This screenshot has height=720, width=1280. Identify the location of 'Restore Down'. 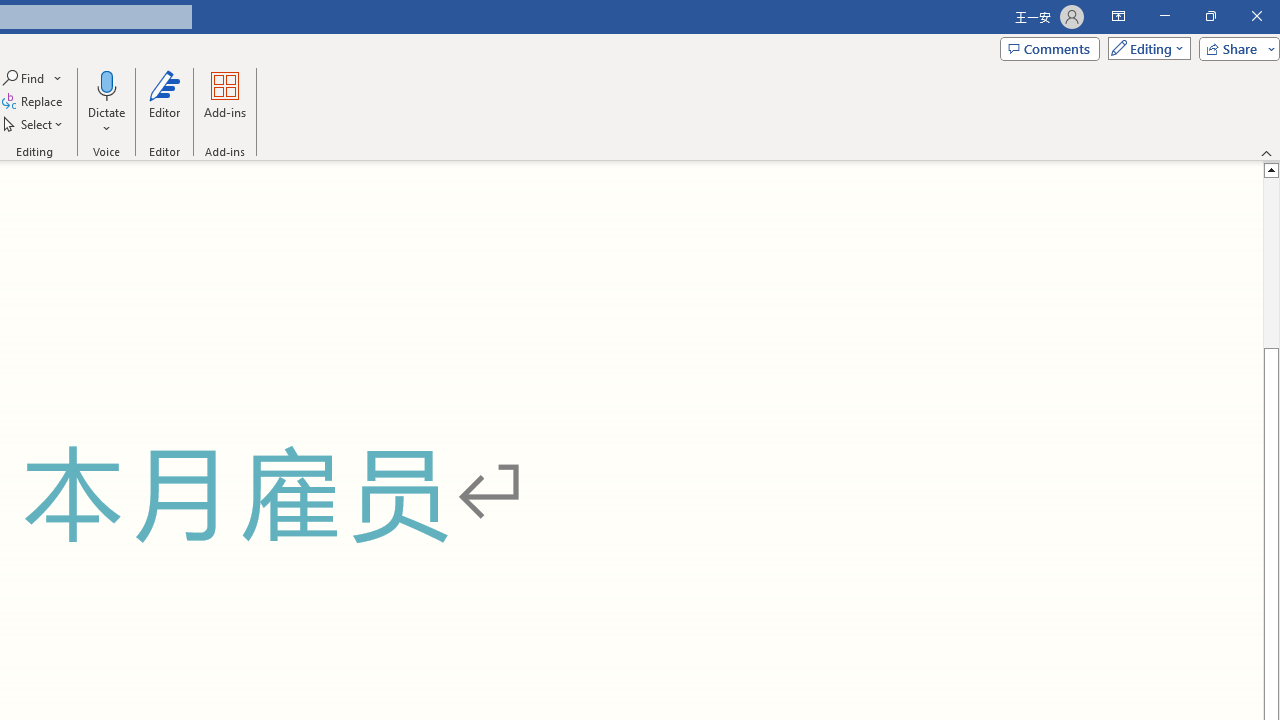
(1209, 16).